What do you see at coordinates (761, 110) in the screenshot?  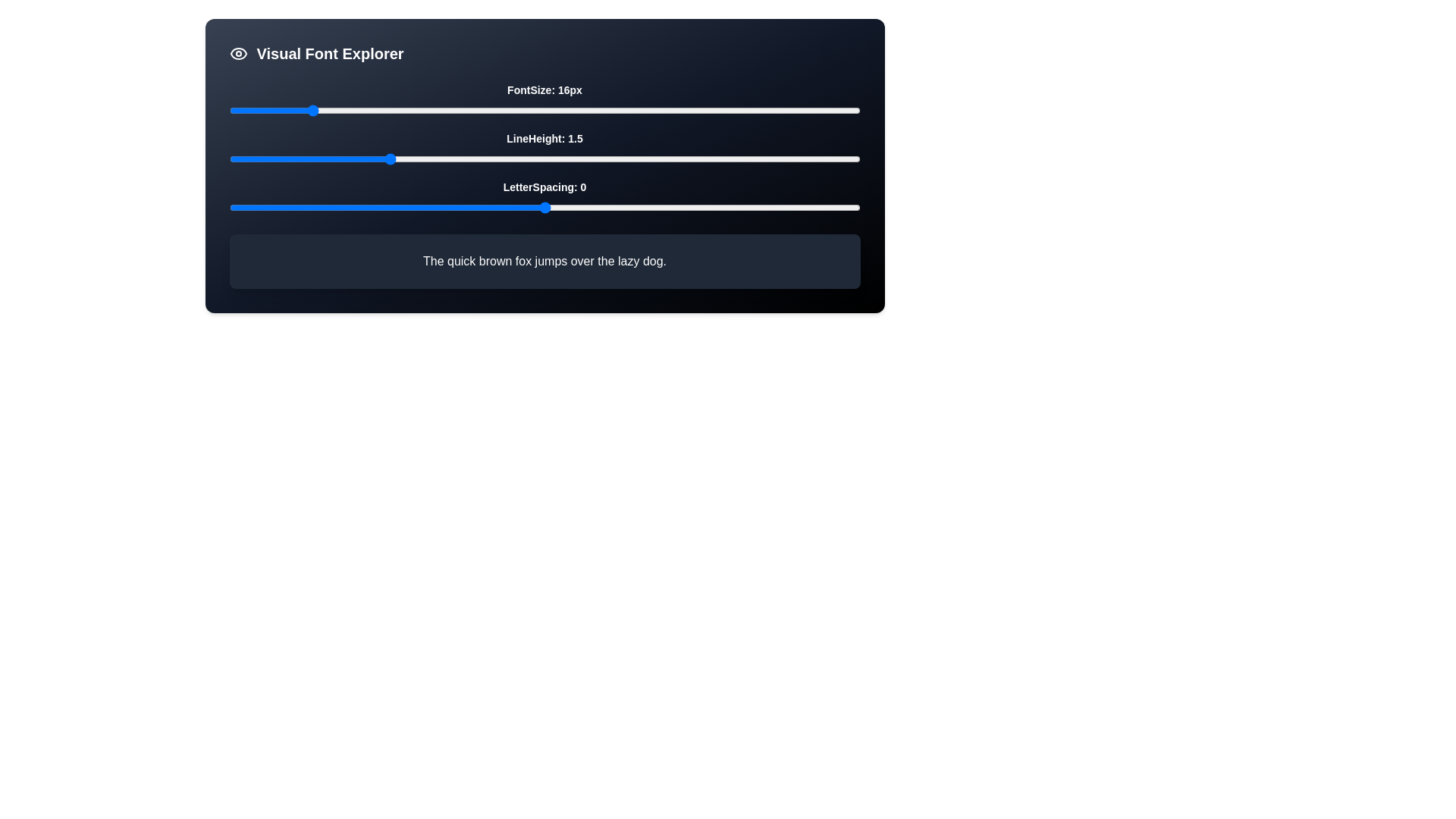 I see `the font size slider to 62 pixels` at bounding box center [761, 110].